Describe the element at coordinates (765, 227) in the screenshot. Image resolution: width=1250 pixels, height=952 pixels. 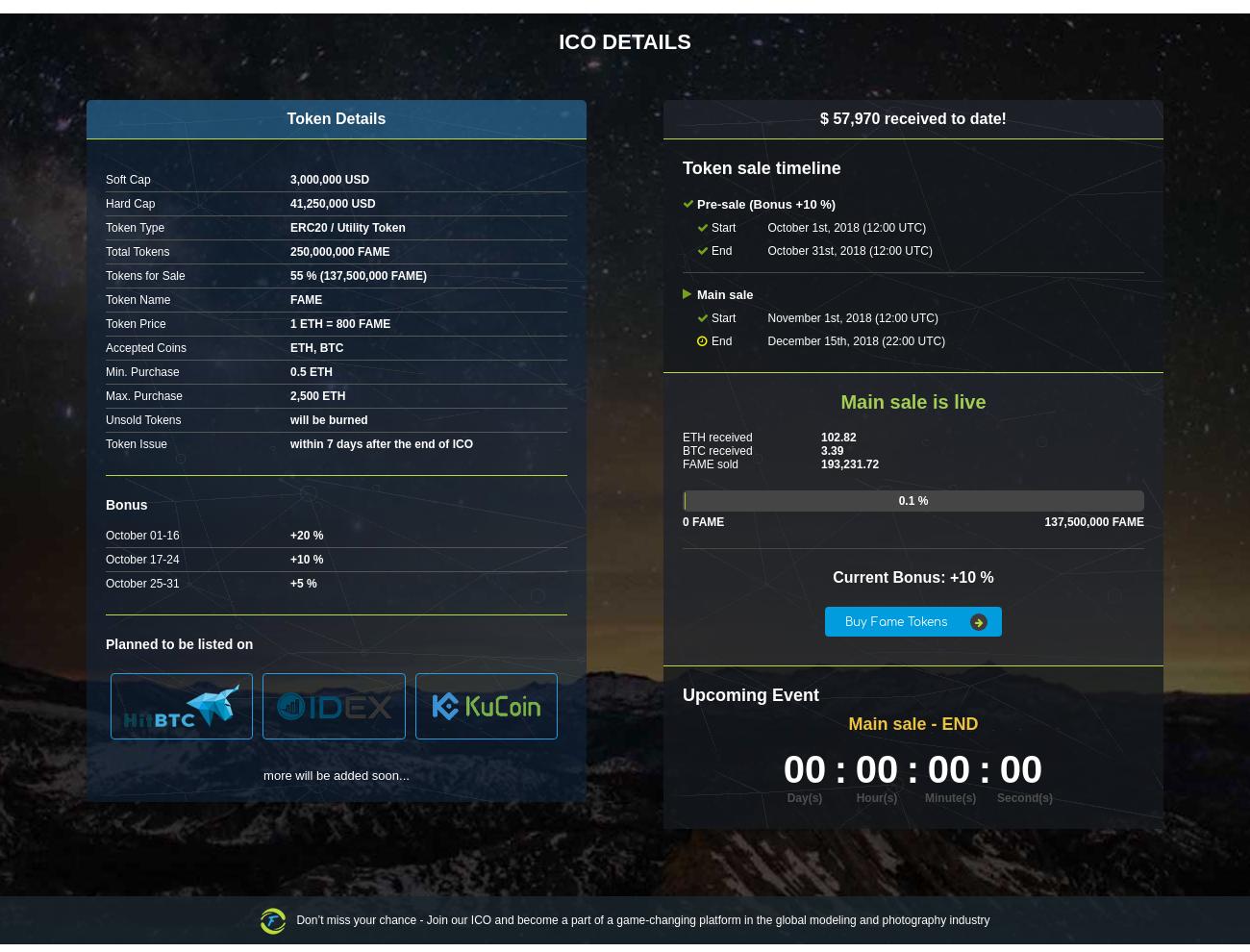
I see `'October 1st, 2018 (12:00 UTC)'` at that location.